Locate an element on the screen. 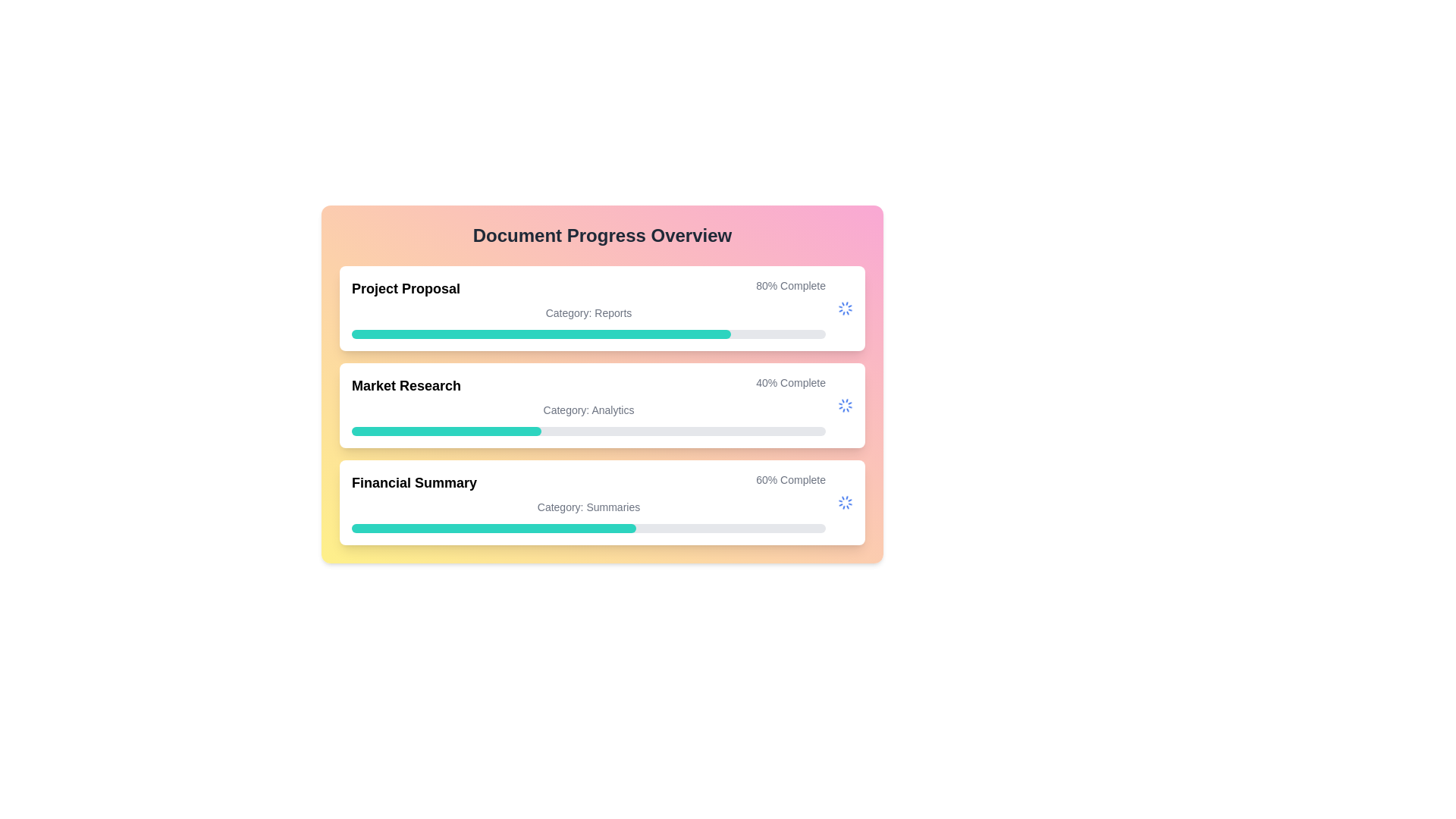  the Progress Indicator that visually represents 40% completion of the 'Market Research' task, located in the middle of the 'Market Research' section is located at coordinates (446, 431).